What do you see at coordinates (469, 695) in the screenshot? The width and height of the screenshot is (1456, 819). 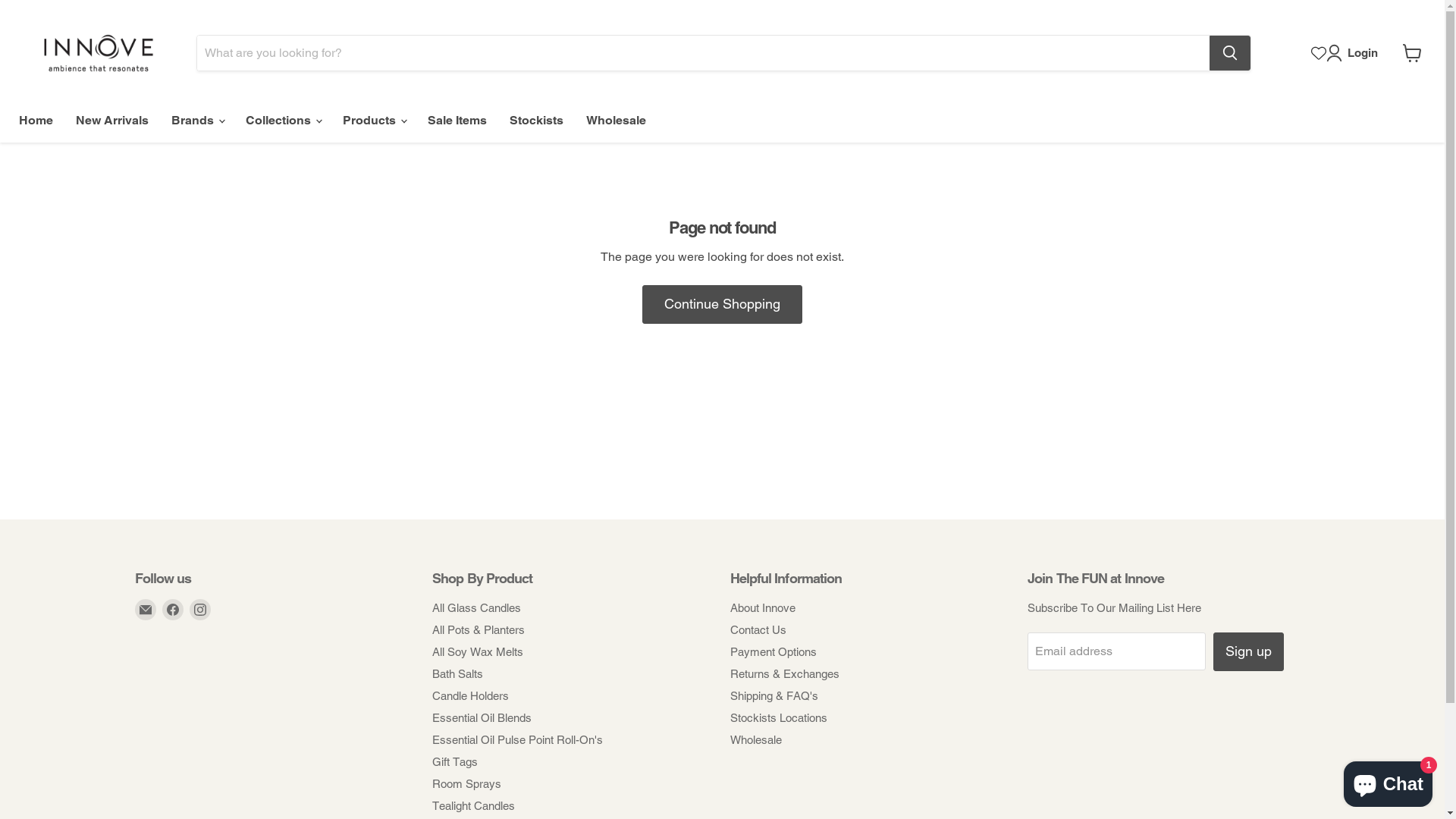 I see `'Candle Holders'` at bounding box center [469, 695].